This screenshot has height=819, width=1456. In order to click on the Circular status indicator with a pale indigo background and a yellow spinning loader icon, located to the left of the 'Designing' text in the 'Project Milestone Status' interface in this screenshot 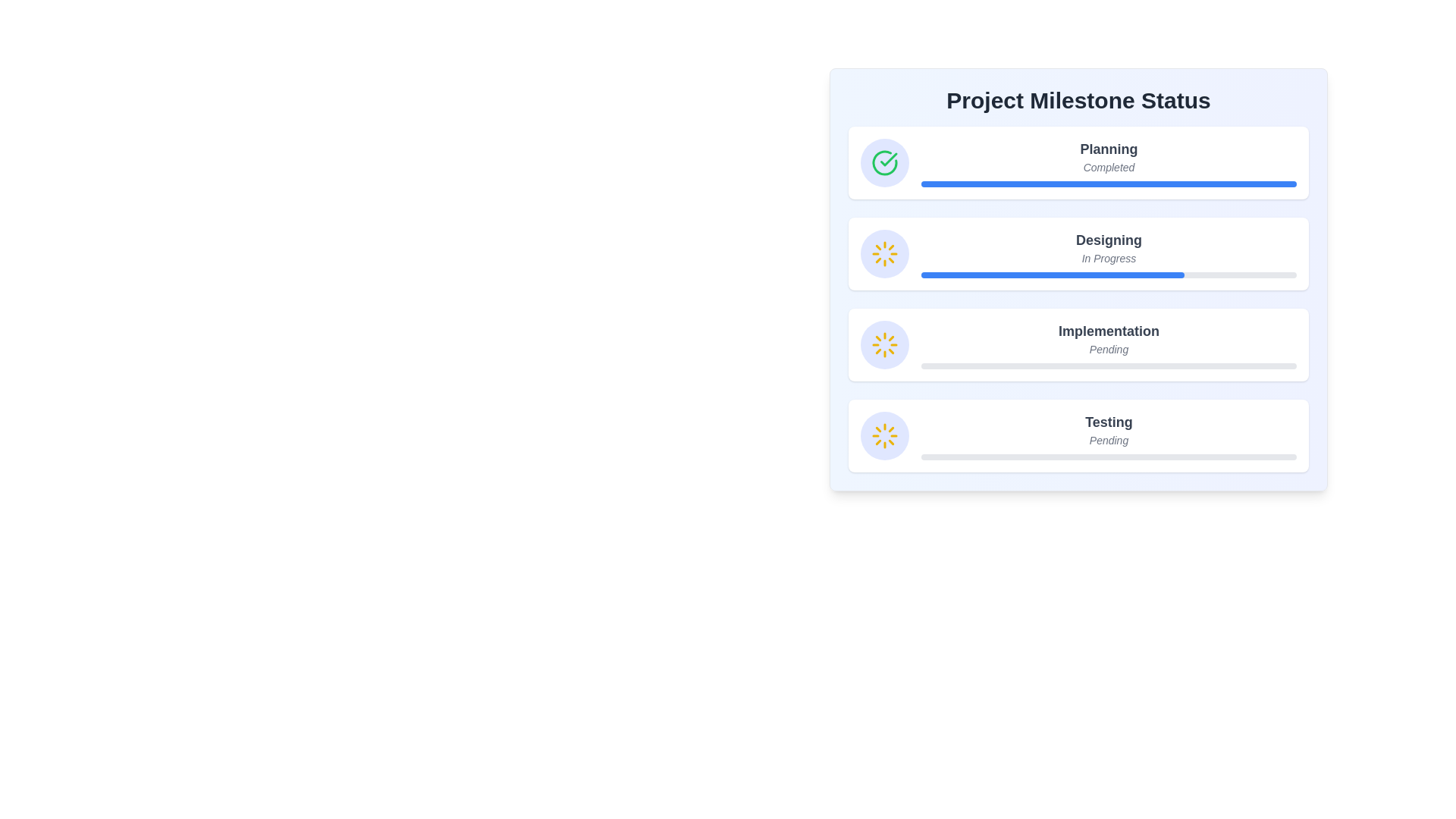, I will do `click(884, 253)`.